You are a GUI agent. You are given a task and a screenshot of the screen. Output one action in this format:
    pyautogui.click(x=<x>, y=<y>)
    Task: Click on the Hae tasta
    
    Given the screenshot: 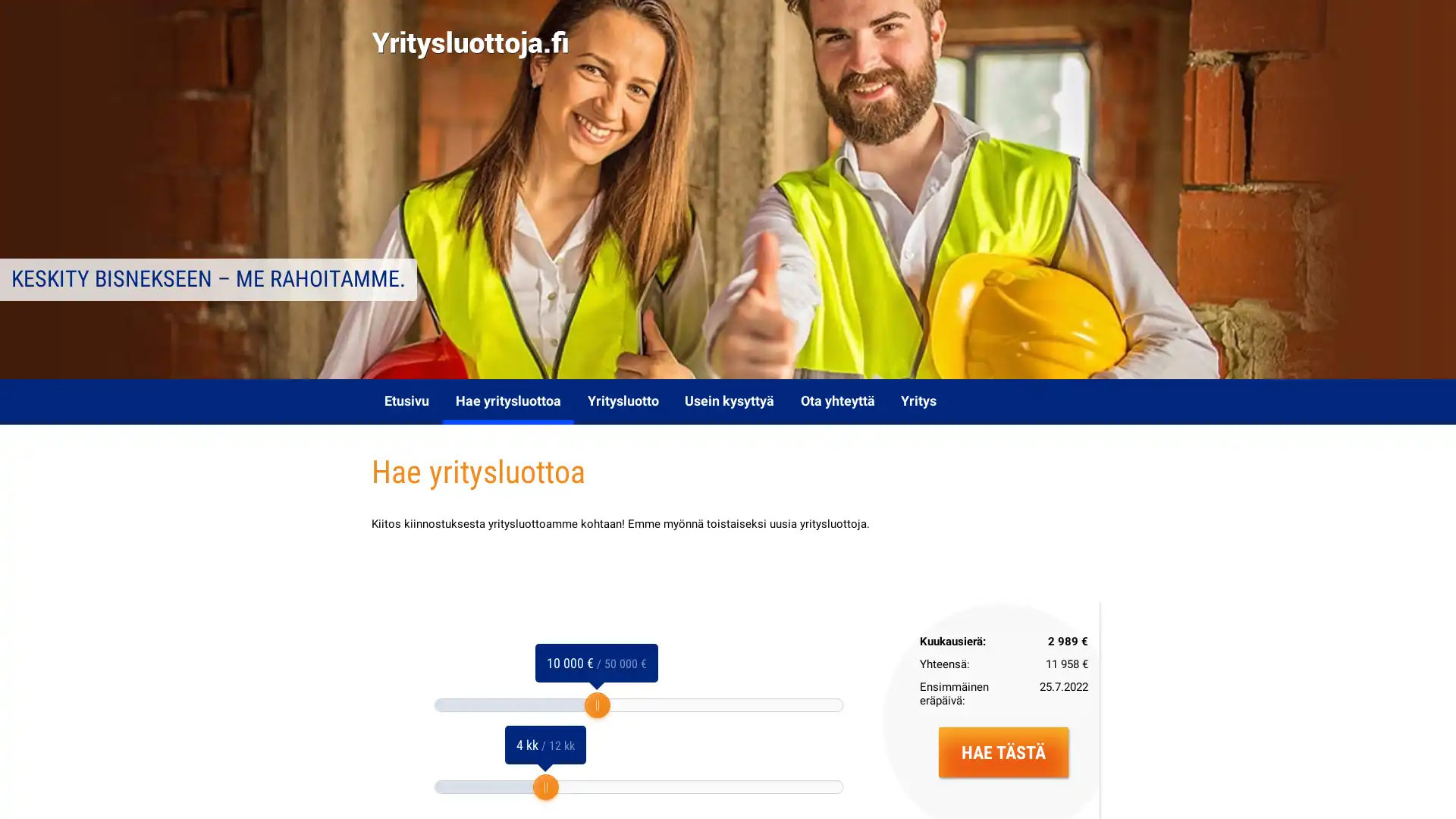 What is the action you would take?
    pyautogui.click(x=1003, y=752)
    